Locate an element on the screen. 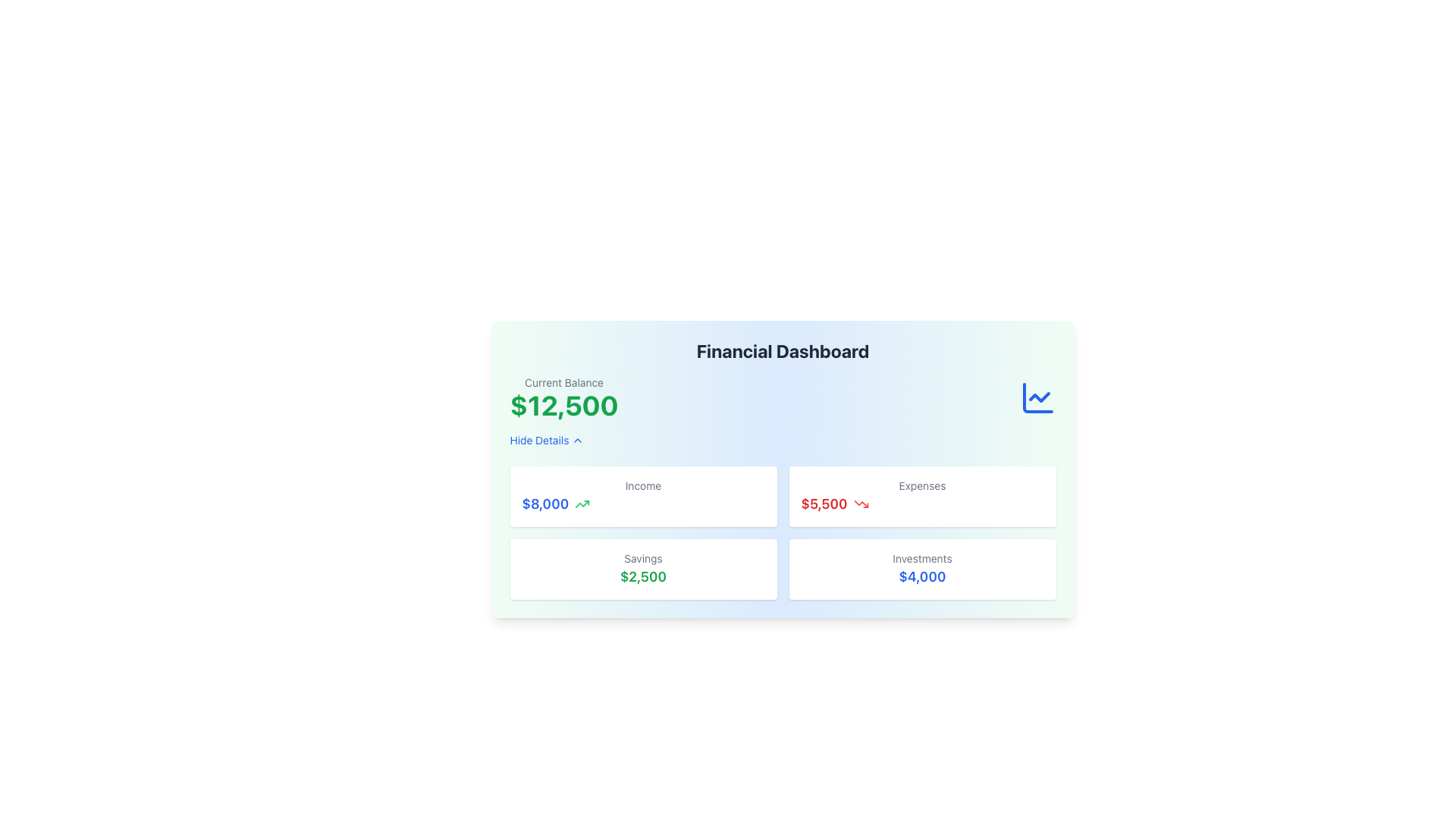  the Text Display that indicates the total amount allocated to investments, located in the lower-right card of the dashboard, directly below the 'Investments' label is located at coordinates (921, 576).